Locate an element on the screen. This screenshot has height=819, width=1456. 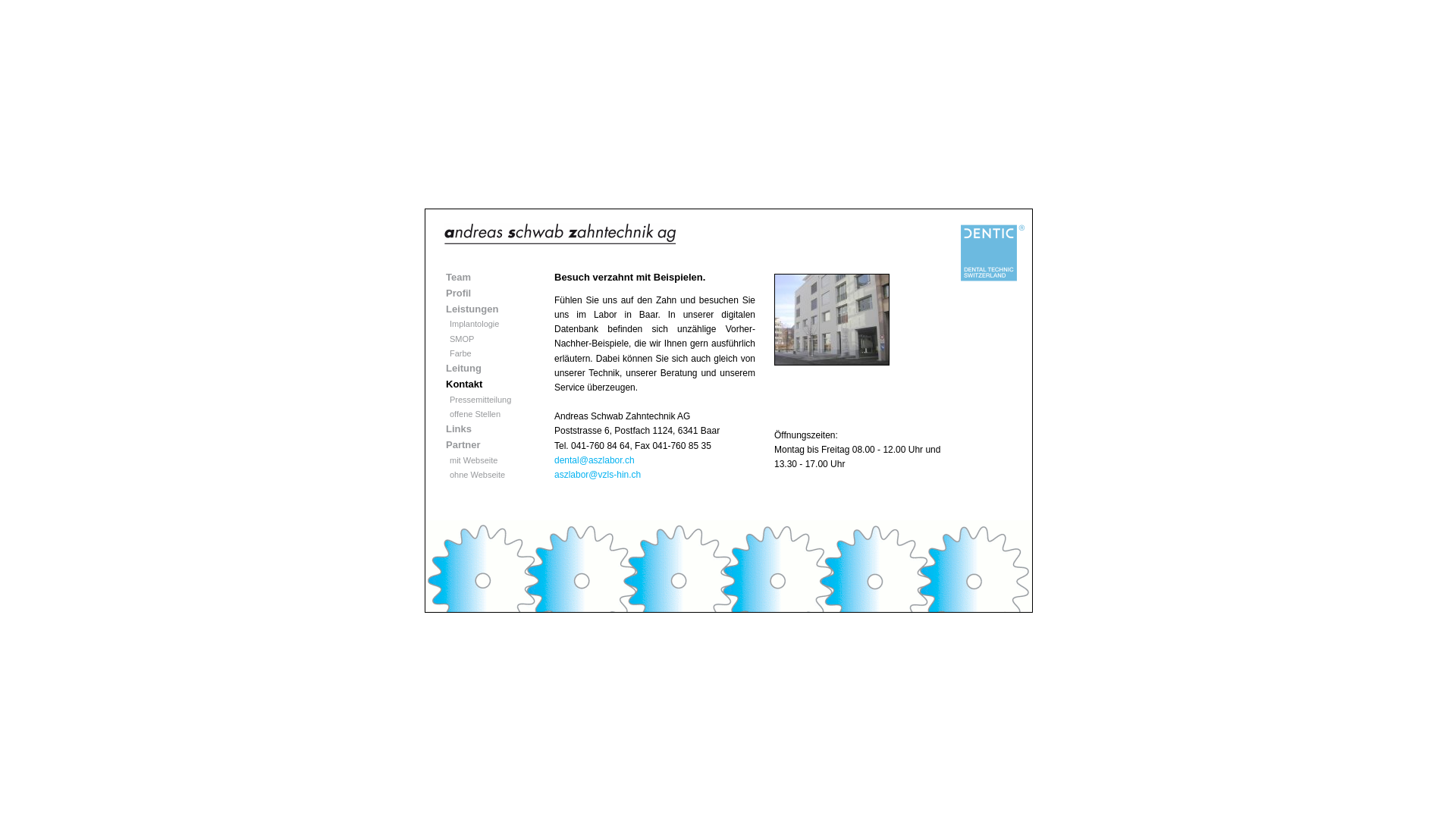
'Implantologie' is located at coordinates (449, 323).